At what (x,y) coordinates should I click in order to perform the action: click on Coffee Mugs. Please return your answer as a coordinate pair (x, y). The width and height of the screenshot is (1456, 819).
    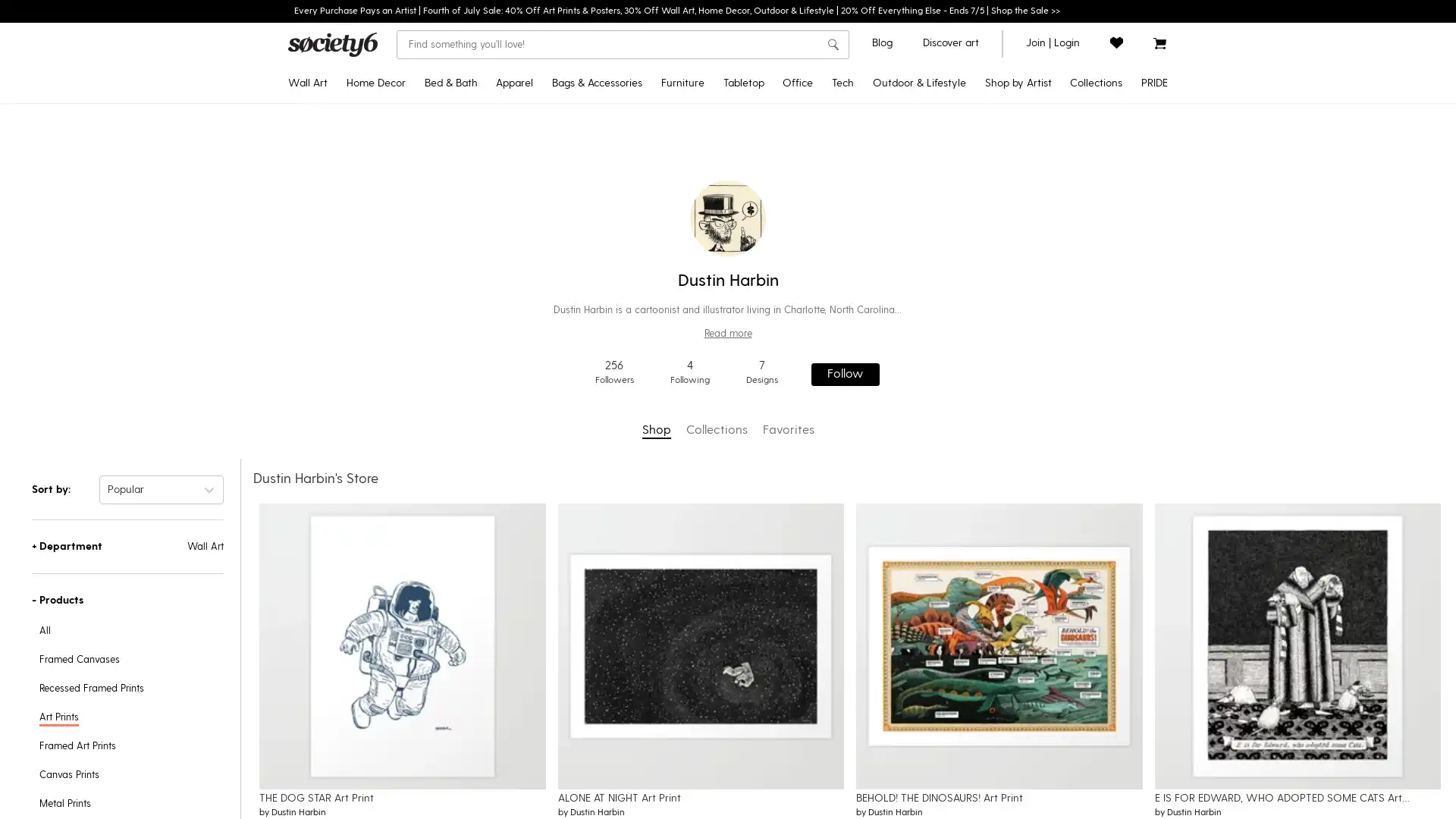
    Looking at the image, I should click on (771, 121).